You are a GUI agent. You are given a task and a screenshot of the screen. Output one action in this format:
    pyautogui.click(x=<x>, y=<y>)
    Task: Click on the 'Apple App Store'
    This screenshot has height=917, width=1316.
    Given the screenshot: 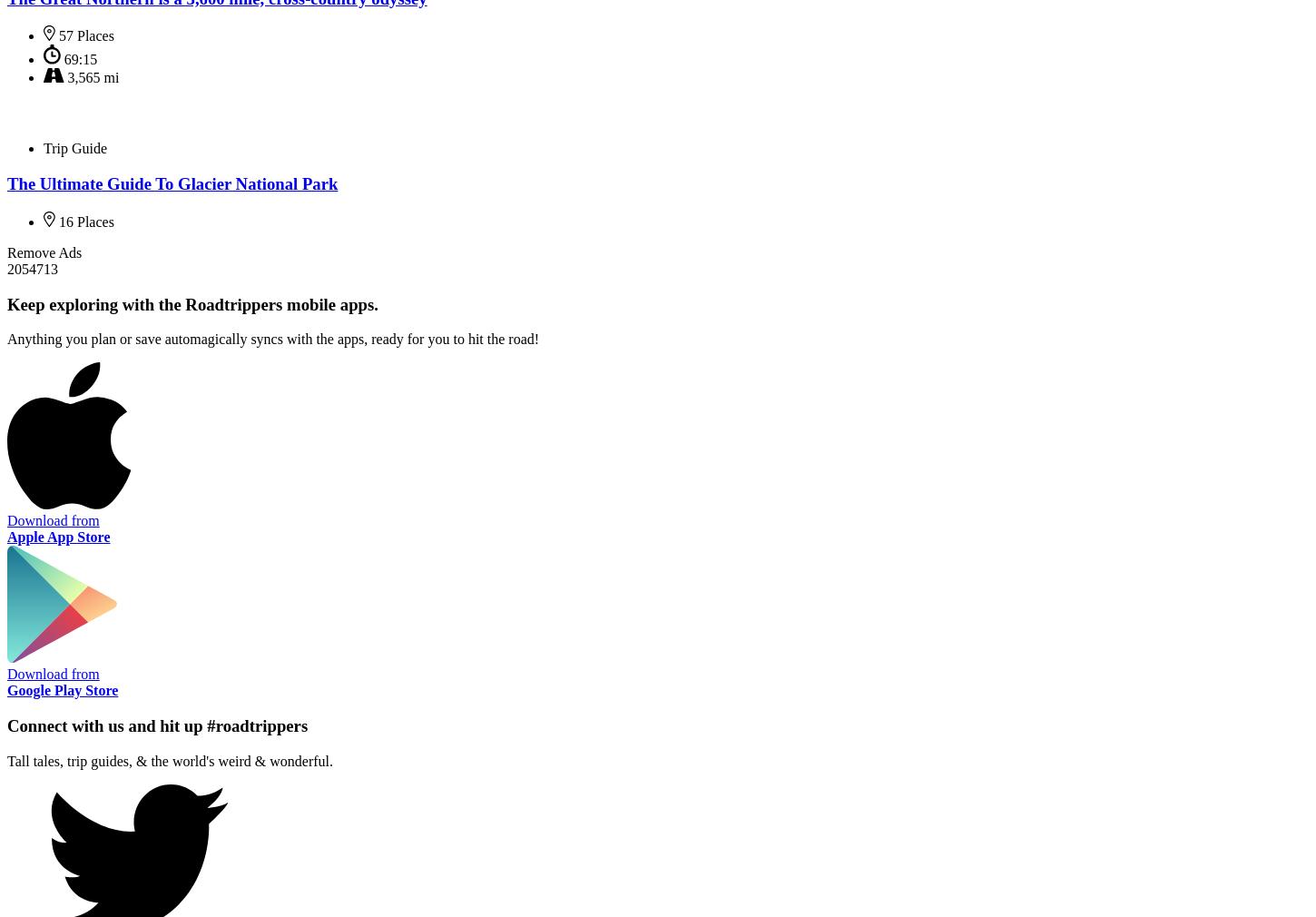 What is the action you would take?
    pyautogui.click(x=58, y=536)
    